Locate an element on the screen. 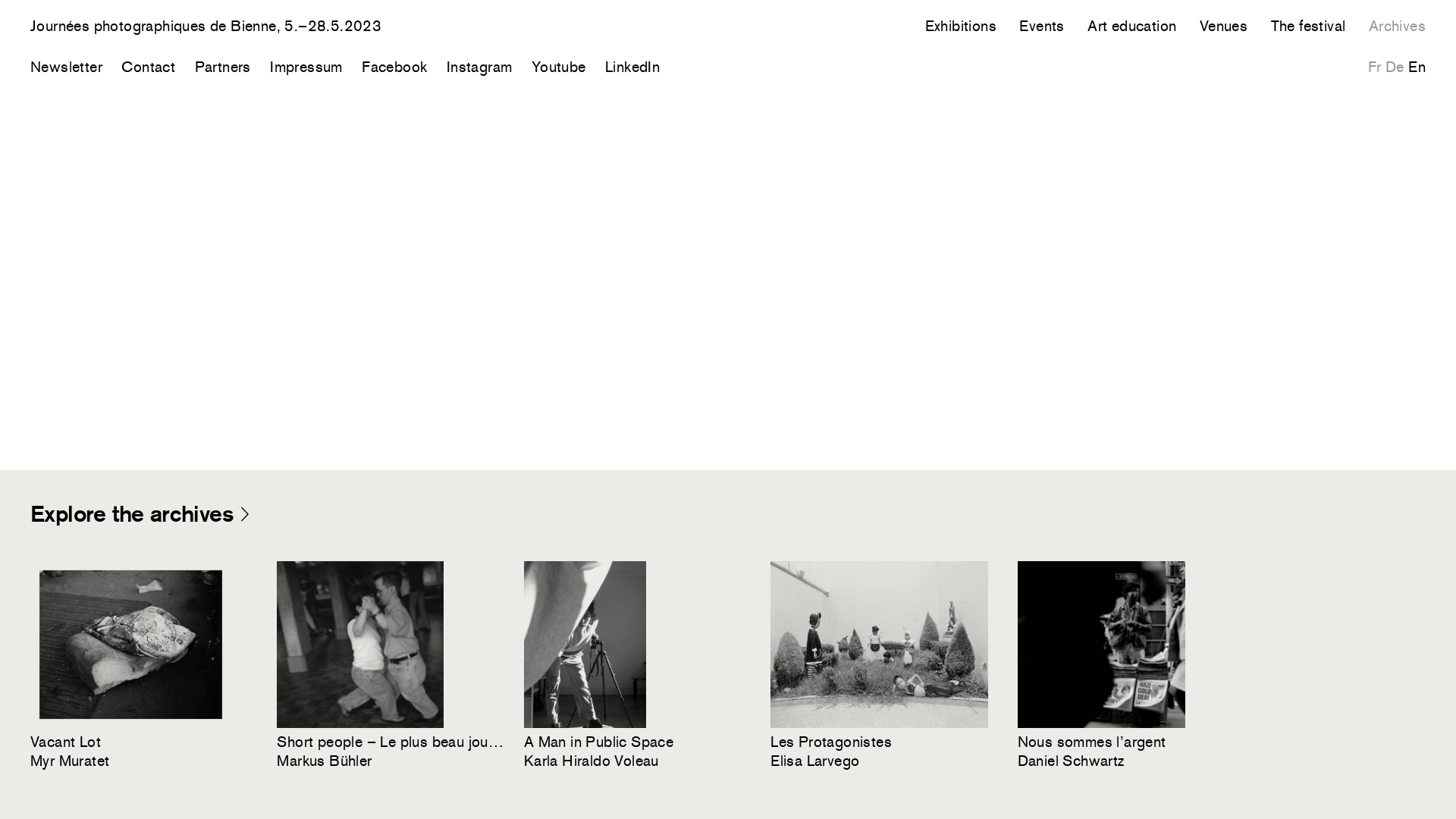 The height and width of the screenshot is (819, 1456). 'Venues' is located at coordinates (1223, 26).